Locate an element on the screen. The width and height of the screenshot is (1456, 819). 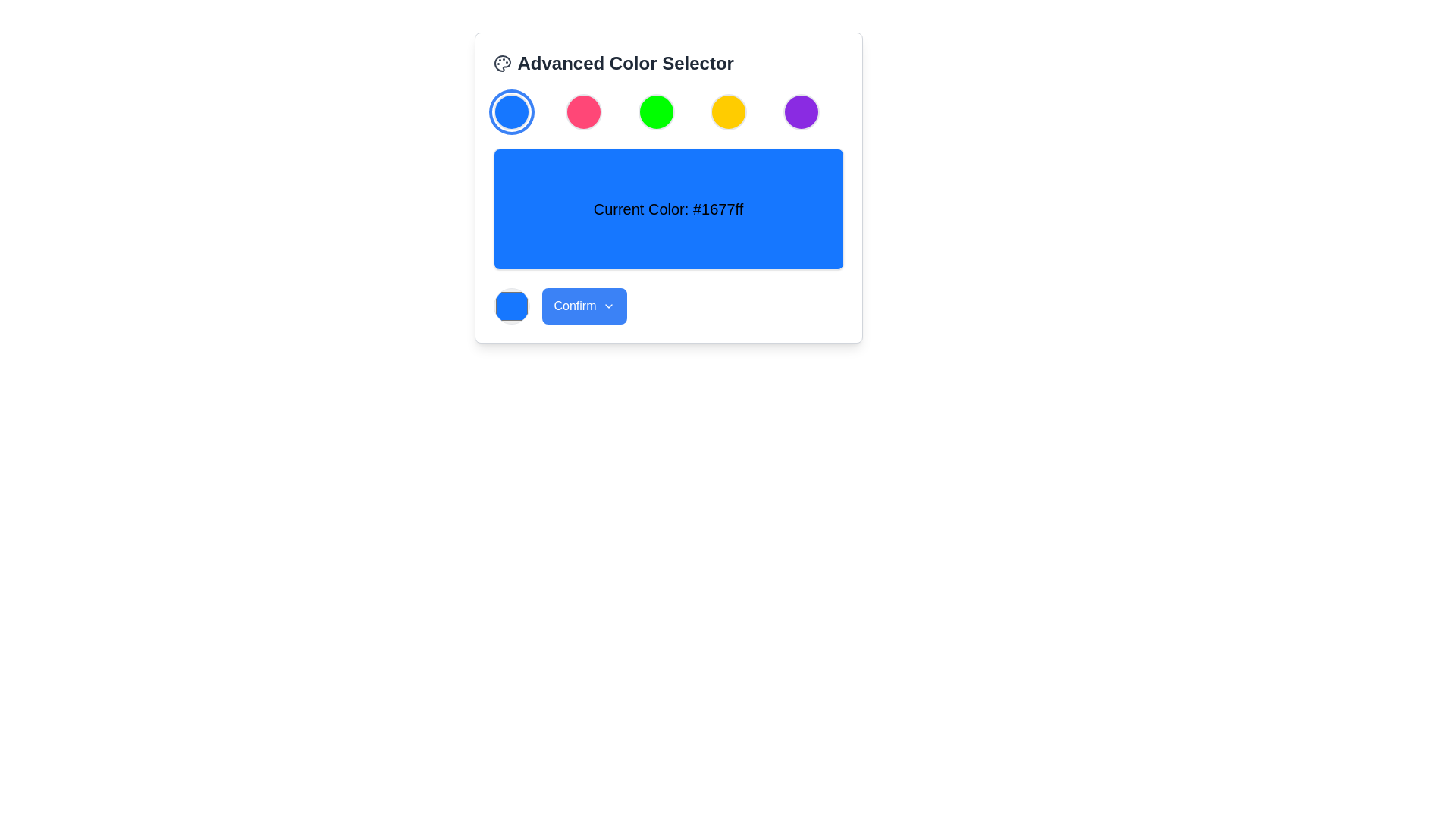
the Header Section of the color selection panel, which serves as the title and is located at the top of the centered white panel with rounded corners is located at coordinates (667, 63).